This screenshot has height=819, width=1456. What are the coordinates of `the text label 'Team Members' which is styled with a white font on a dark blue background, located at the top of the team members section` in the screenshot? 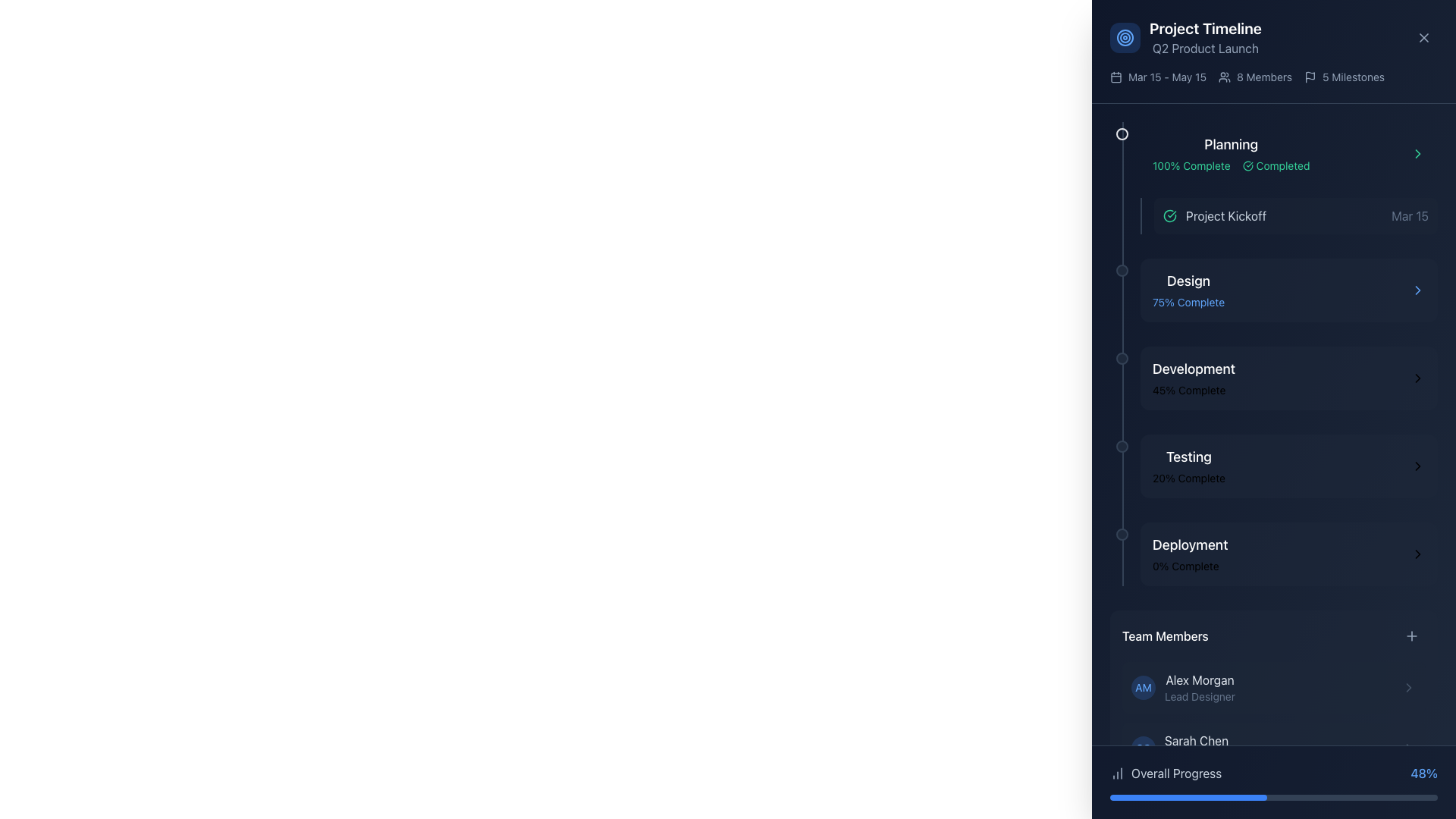 It's located at (1164, 636).